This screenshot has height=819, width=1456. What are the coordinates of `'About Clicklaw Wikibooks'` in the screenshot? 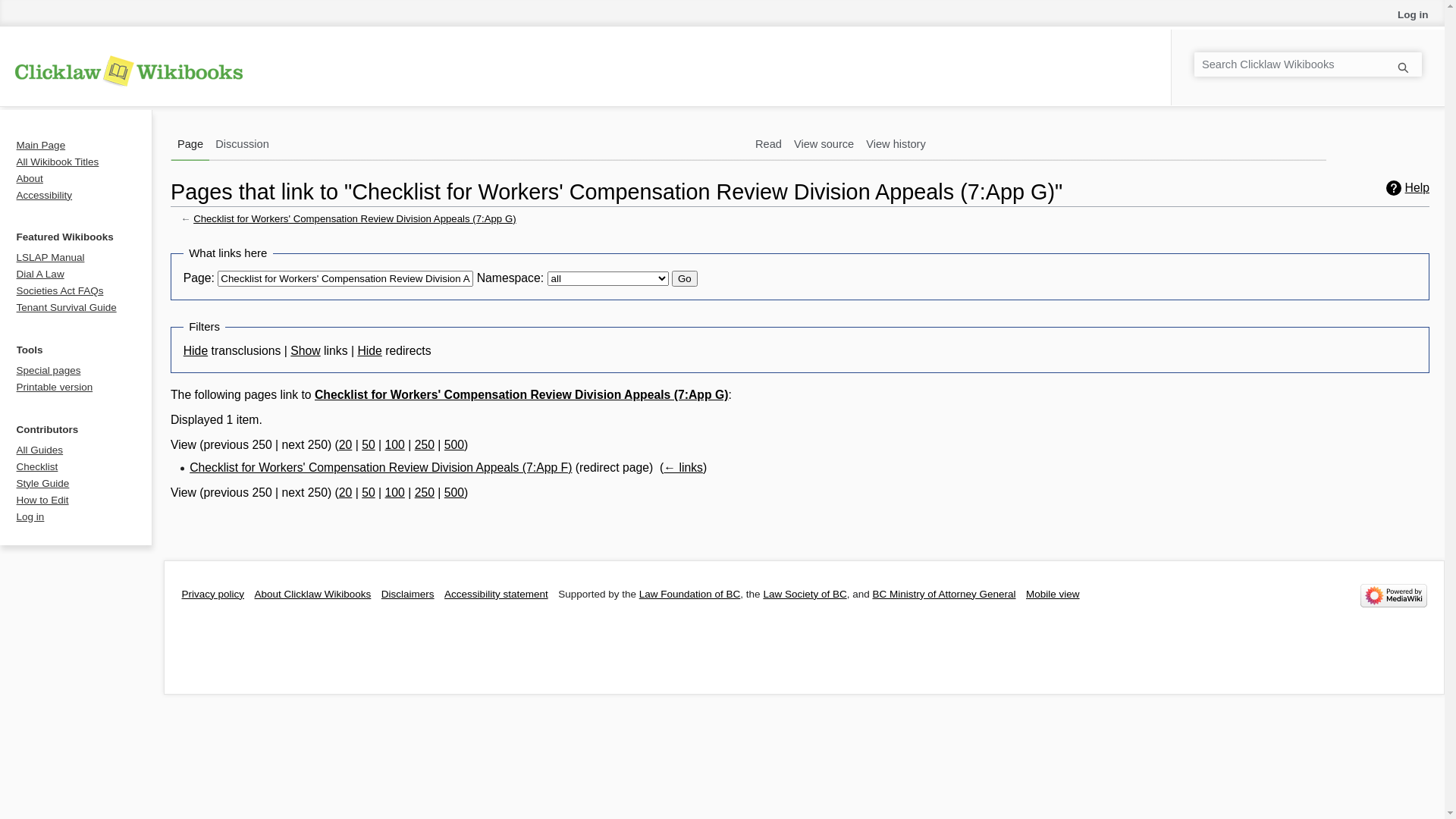 It's located at (312, 593).